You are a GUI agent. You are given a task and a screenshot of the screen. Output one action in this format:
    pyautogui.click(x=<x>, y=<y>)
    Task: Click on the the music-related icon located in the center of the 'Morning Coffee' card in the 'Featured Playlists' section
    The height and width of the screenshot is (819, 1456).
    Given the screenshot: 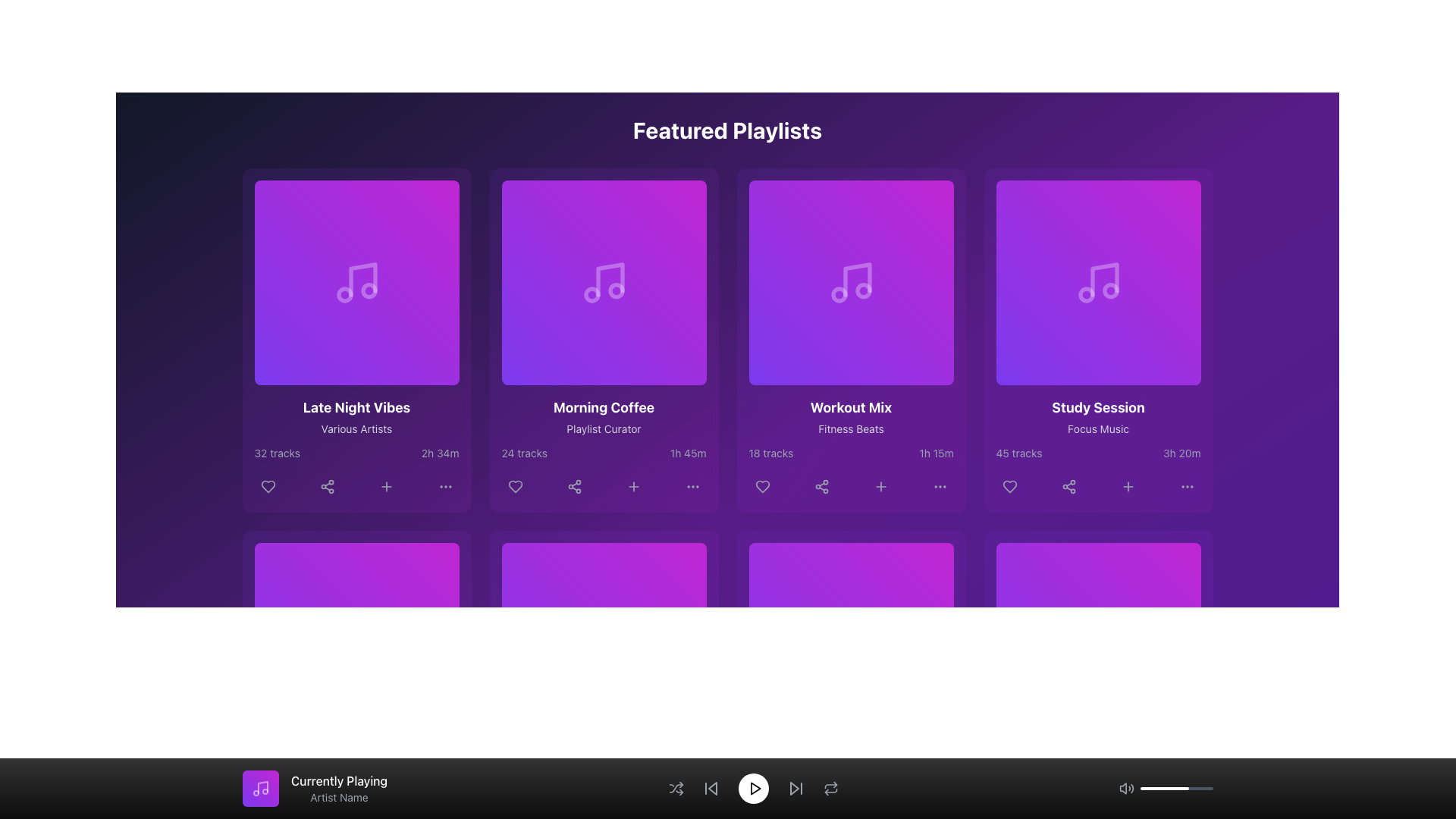 What is the action you would take?
    pyautogui.click(x=603, y=283)
    